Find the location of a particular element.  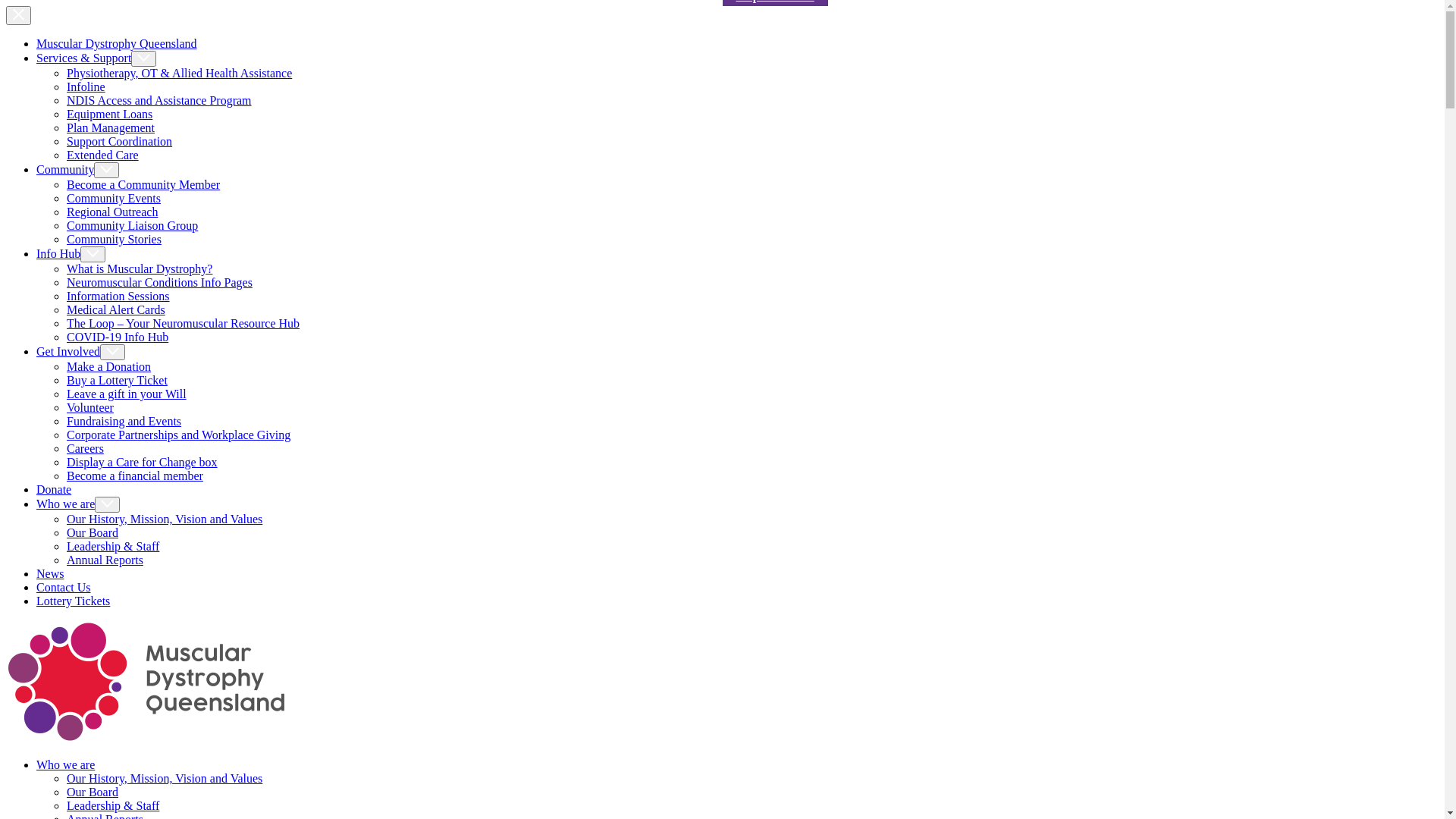

'COVID-19 Info Hub' is located at coordinates (116, 336).